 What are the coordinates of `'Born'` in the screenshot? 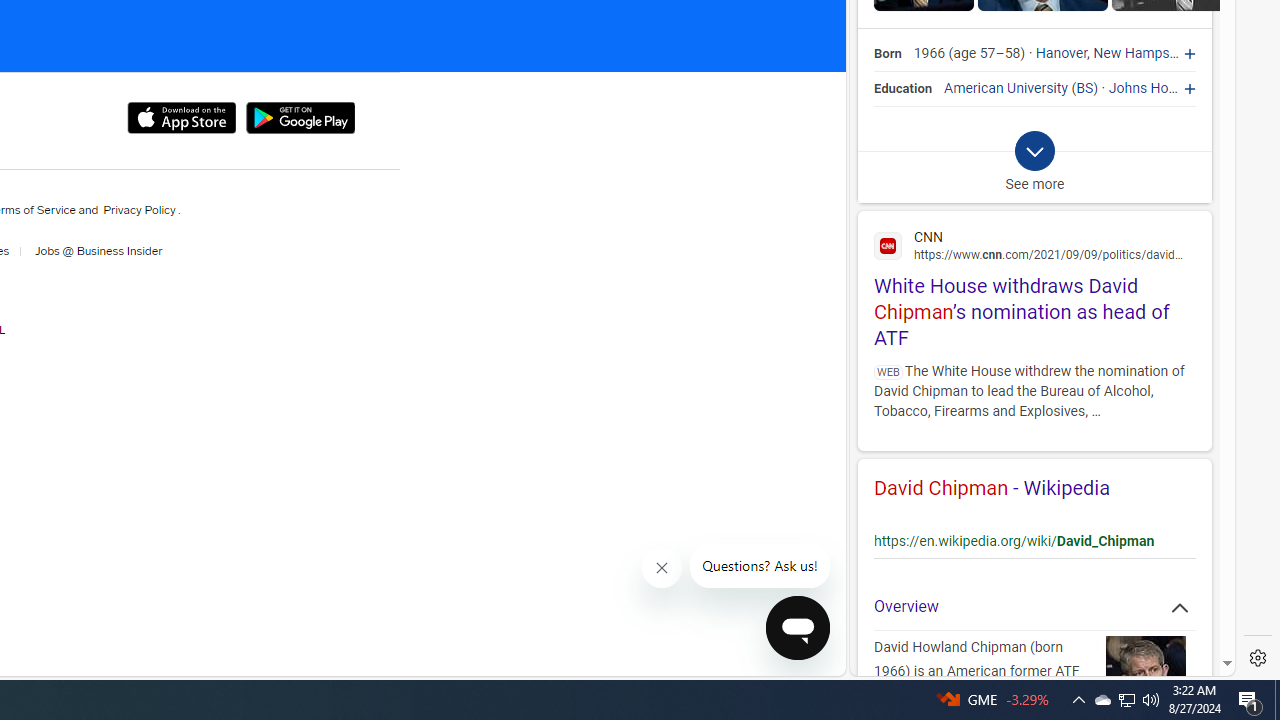 It's located at (887, 53).